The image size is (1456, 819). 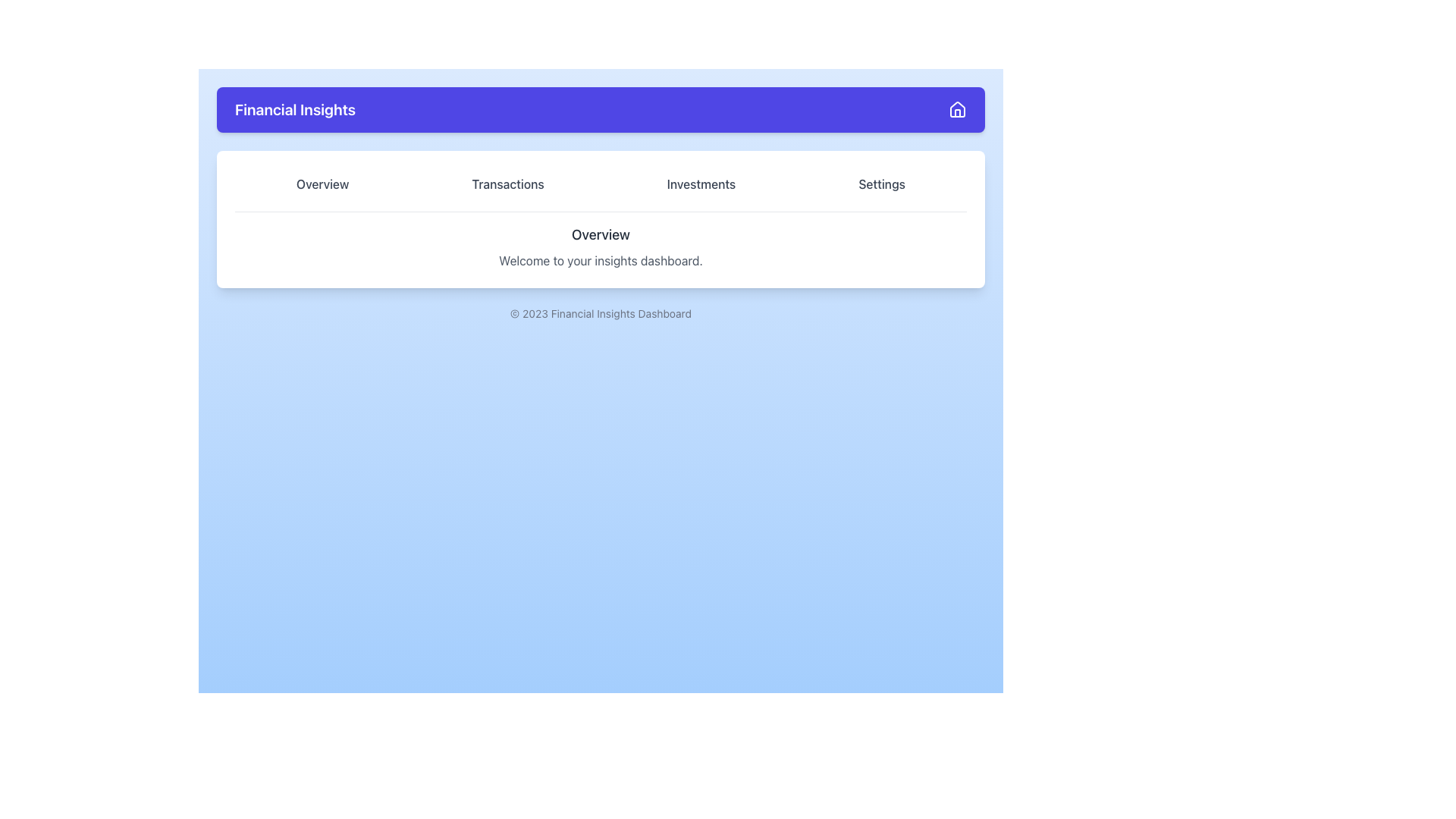 What do you see at coordinates (600, 109) in the screenshot?
I see `information from the Header bar that contains branding` at bounding box center [600, 109].